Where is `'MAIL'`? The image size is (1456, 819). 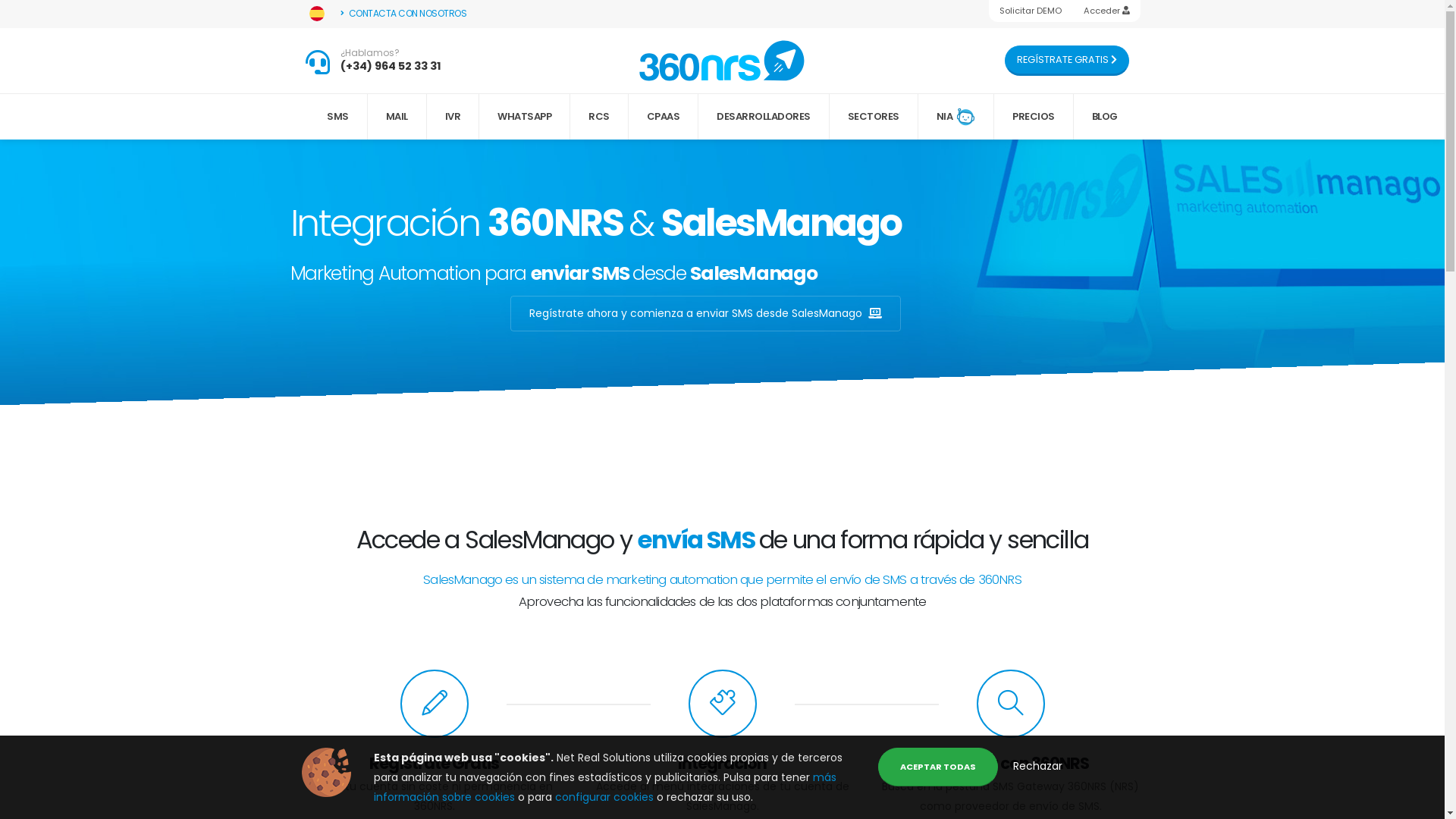
'MAIL' is located at coordinates (397, 116).